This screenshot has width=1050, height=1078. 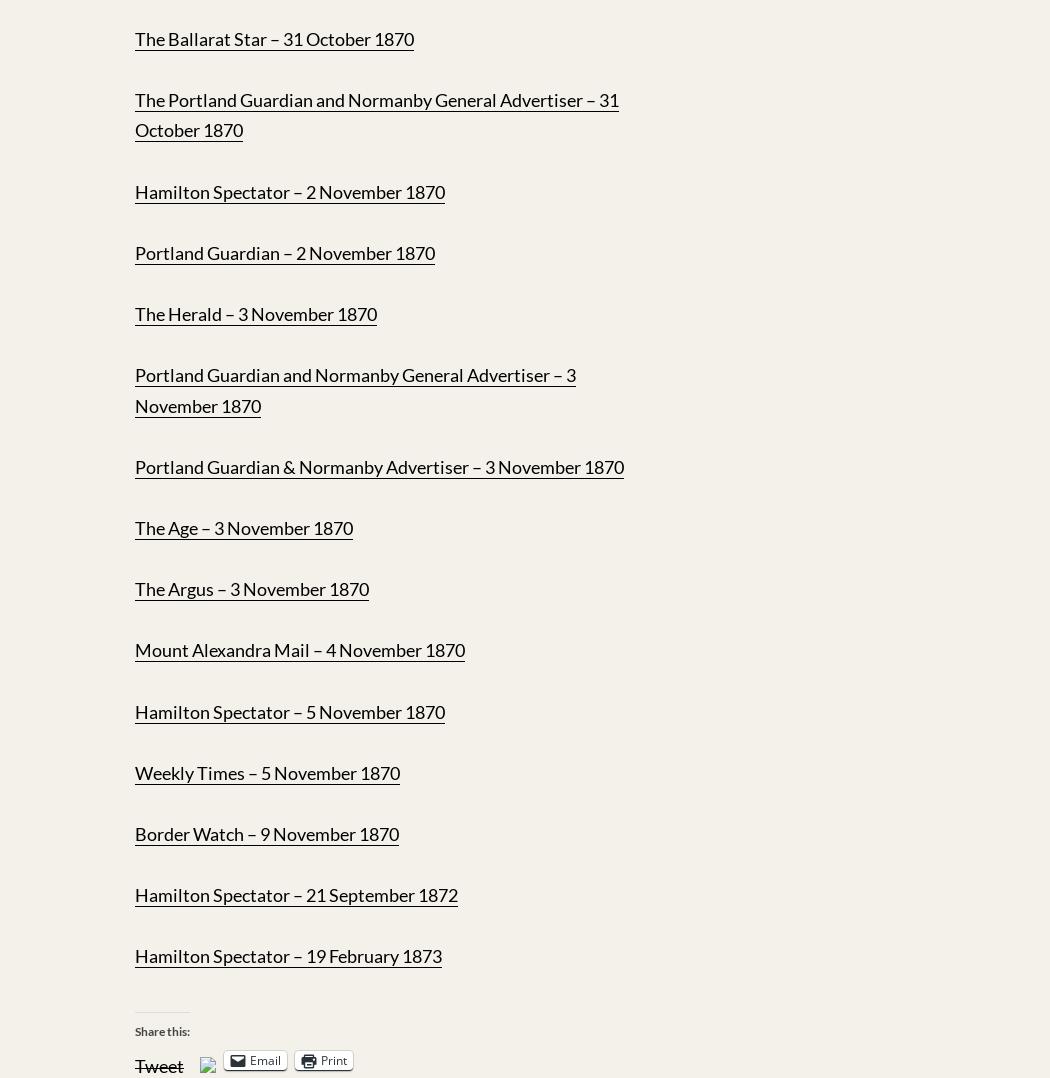 What do you see at coordinates (289, 190) in the screenshot?
I see `'Hamilton Spectator – 2 November 1870'` at bounding box center [289, 190].